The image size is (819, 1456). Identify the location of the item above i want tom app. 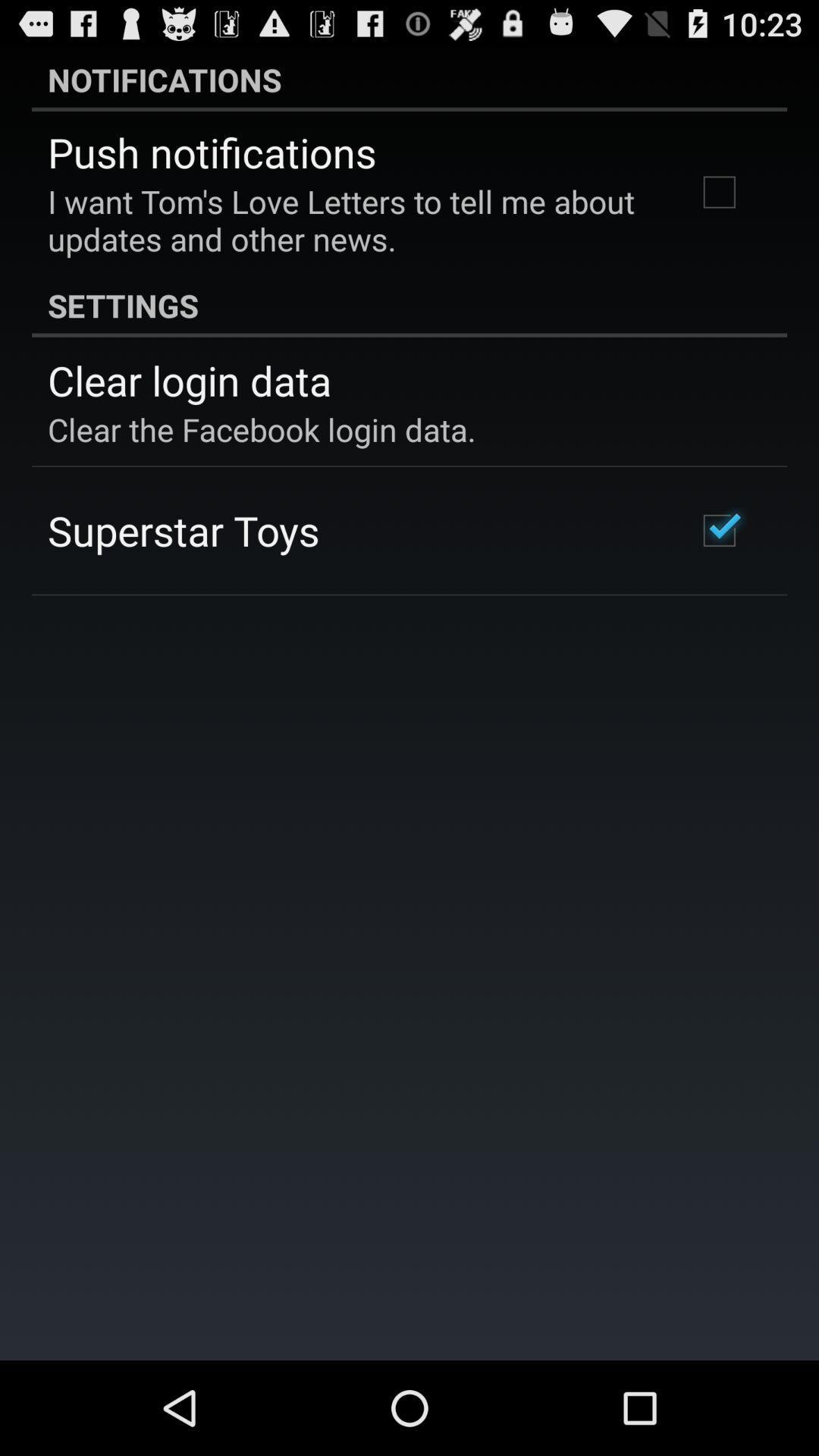
(212, 152).